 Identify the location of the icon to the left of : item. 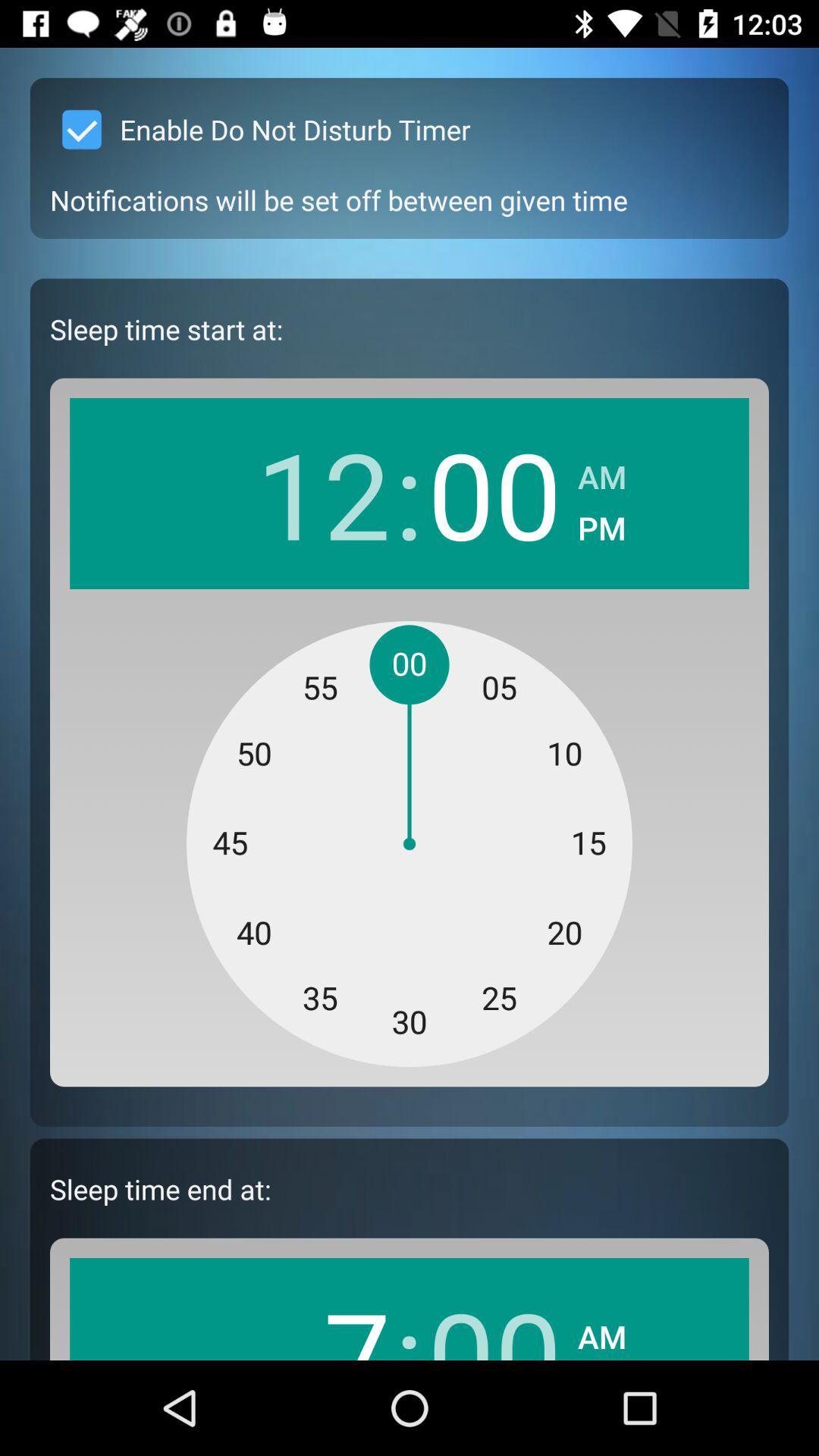
(322, 493).